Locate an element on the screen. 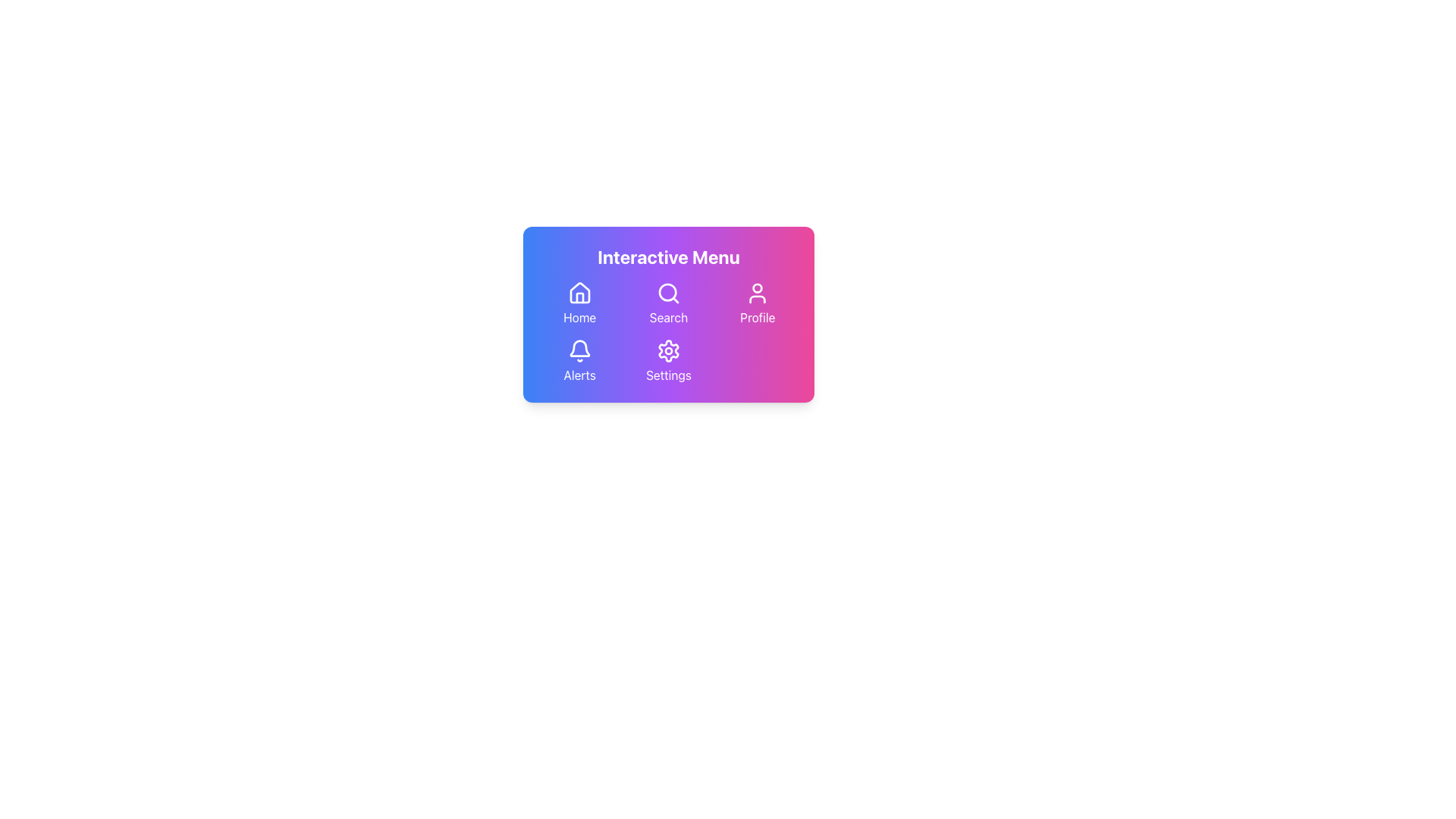 The height and width of the screenshot is (819, 1456). the user profile silhouette icon located at the top-right of the interactive menu for additional information or visual feedback is located at coordinates (758, 293).